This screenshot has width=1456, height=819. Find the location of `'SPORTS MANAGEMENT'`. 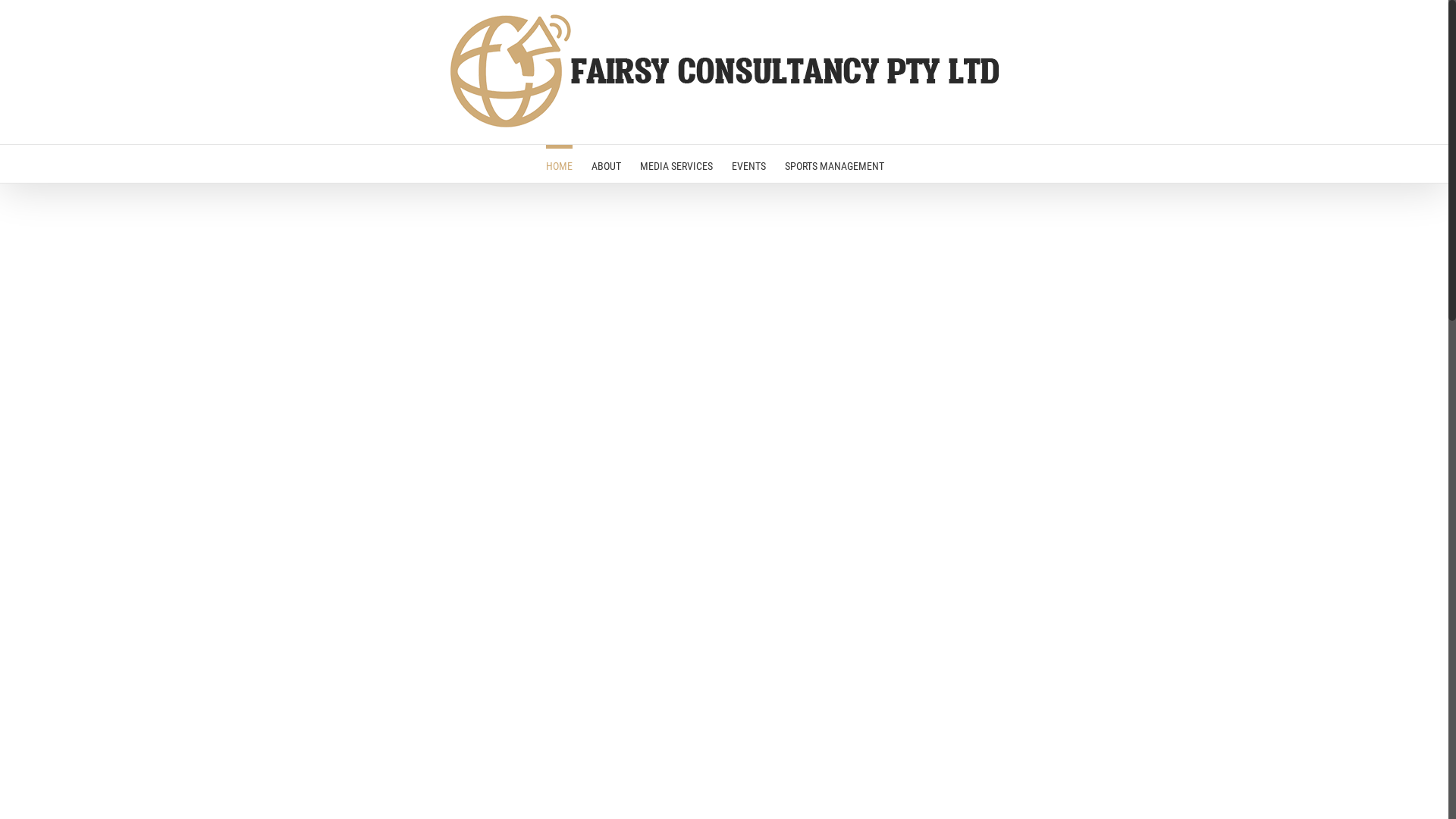

'SPORTS MANAGEMENT' is located at coordinates (783, 164).